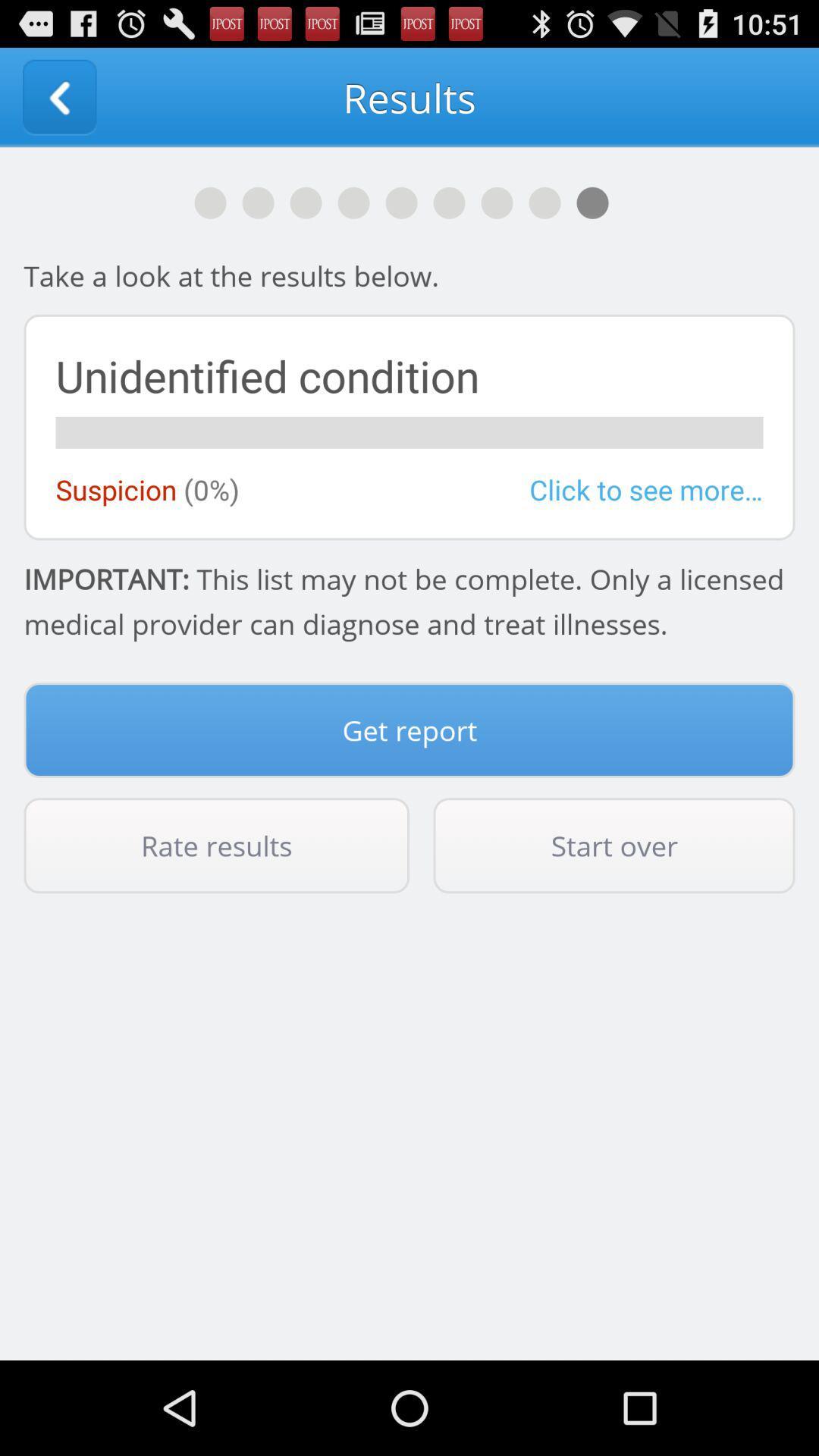 The height and width of the screenshot is (1456, 819). I want to click on the icon get report, so click(409, 730).